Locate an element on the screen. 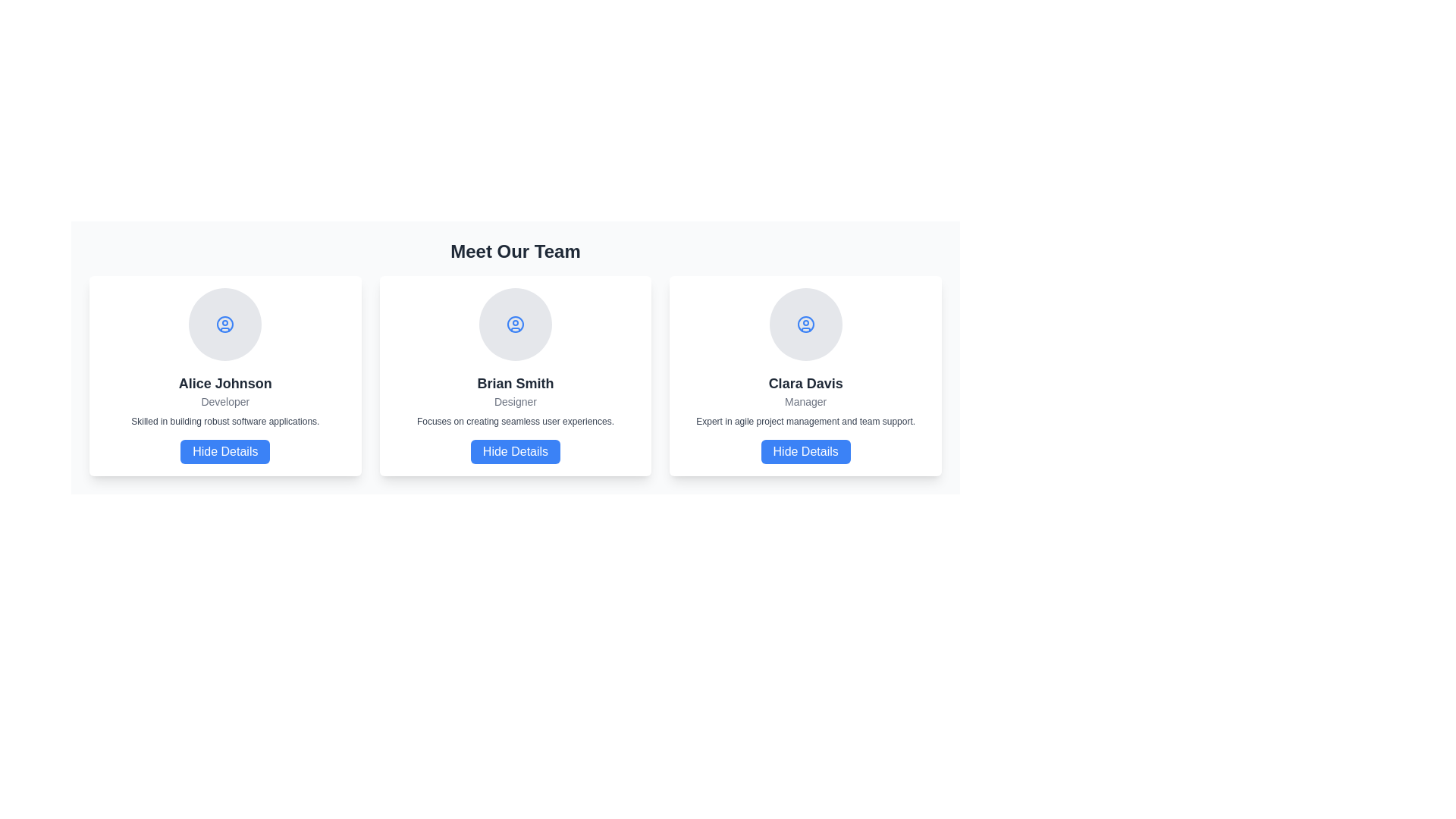  the user circle icon with a blue outline representing the profile of 'Alice Johnson, Developer', which is located at the center of the leftmost card under the 'Meet Our Team' heading is located at coordinates (224, 324).